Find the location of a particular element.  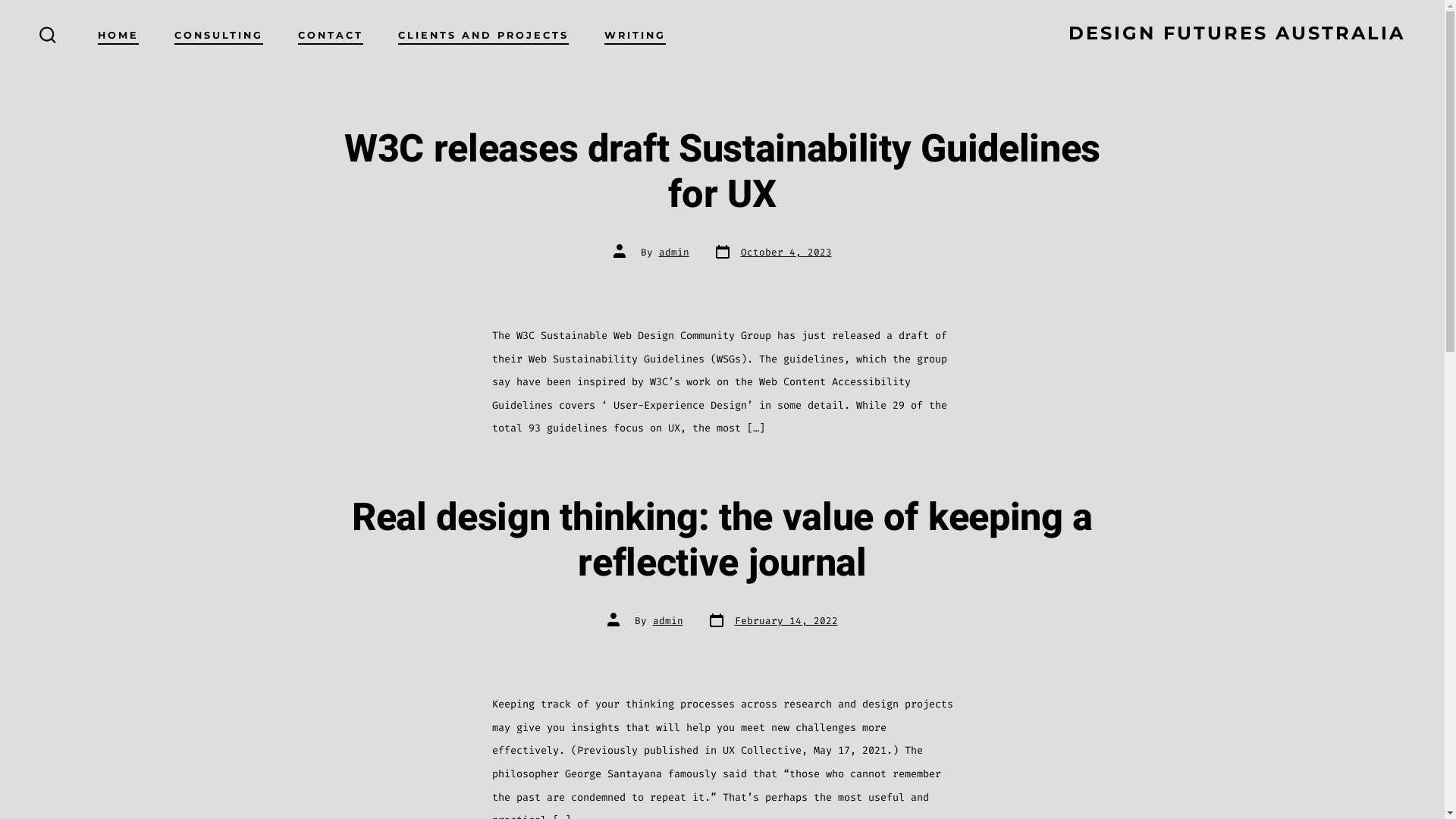

'admin' is located at coordinates (667, 620).